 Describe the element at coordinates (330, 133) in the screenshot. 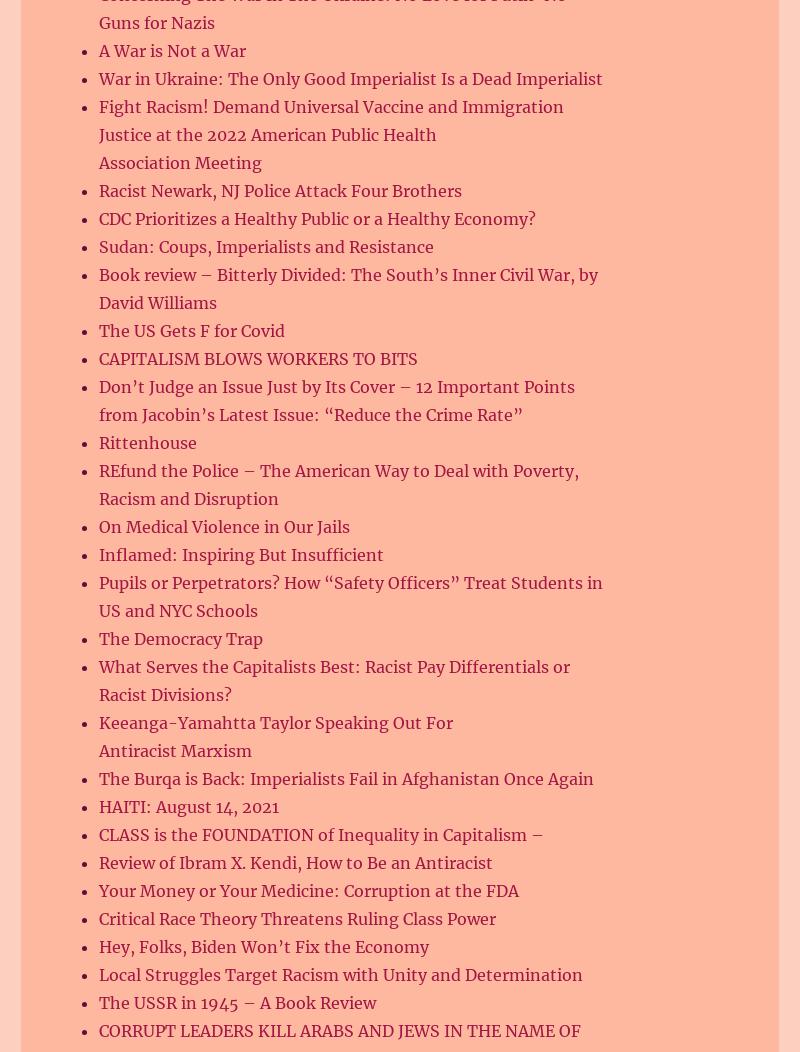

I see `'Fight Racism! Demand Universal Vaccine and Immigration Justice at the 2022 American Public Health Association Meeting'` at that location.